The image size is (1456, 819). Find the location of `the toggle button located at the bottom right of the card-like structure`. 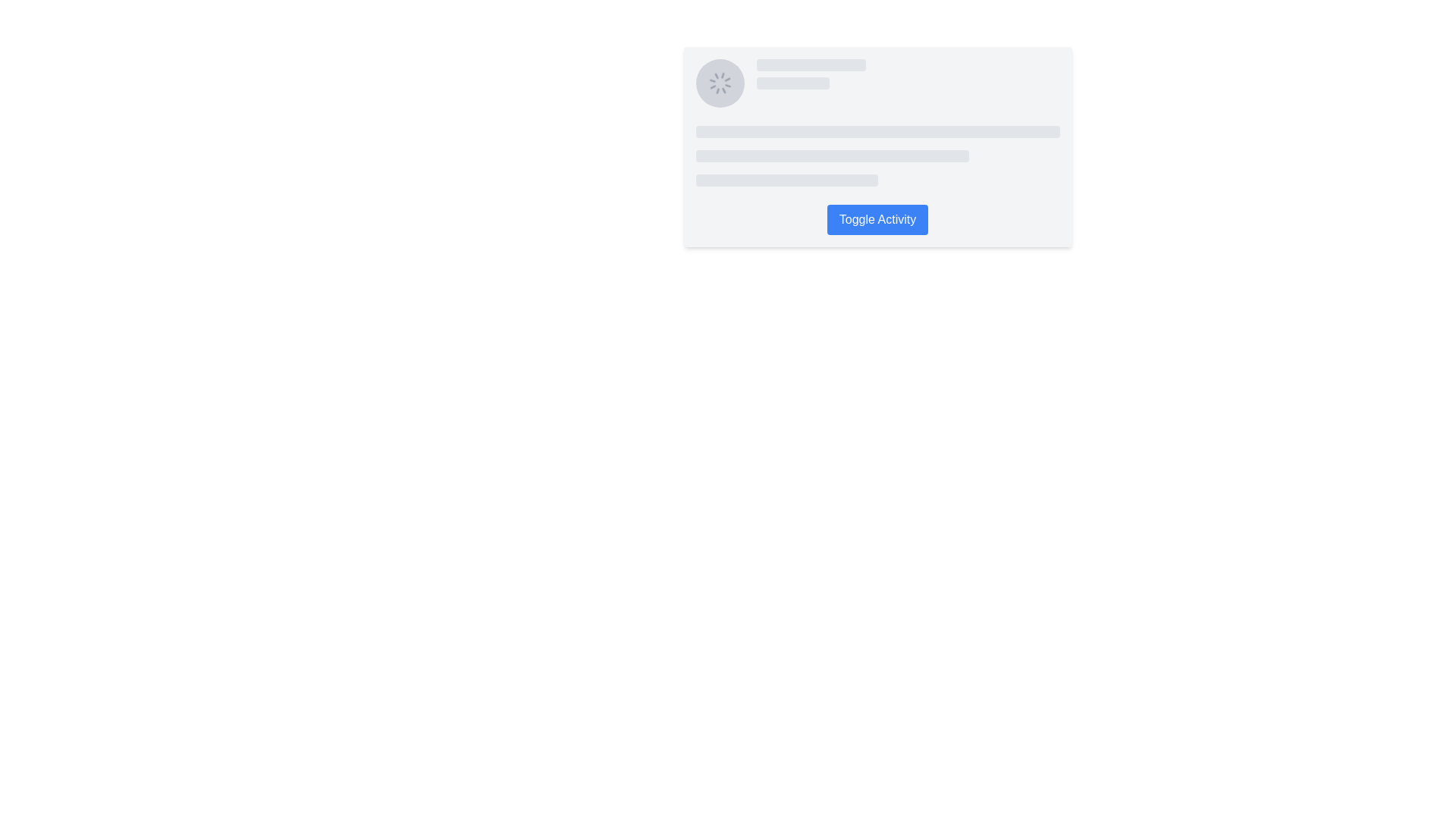

the toggle button located at the bottom right of the card-like structure is located at coordinates (877, 219).